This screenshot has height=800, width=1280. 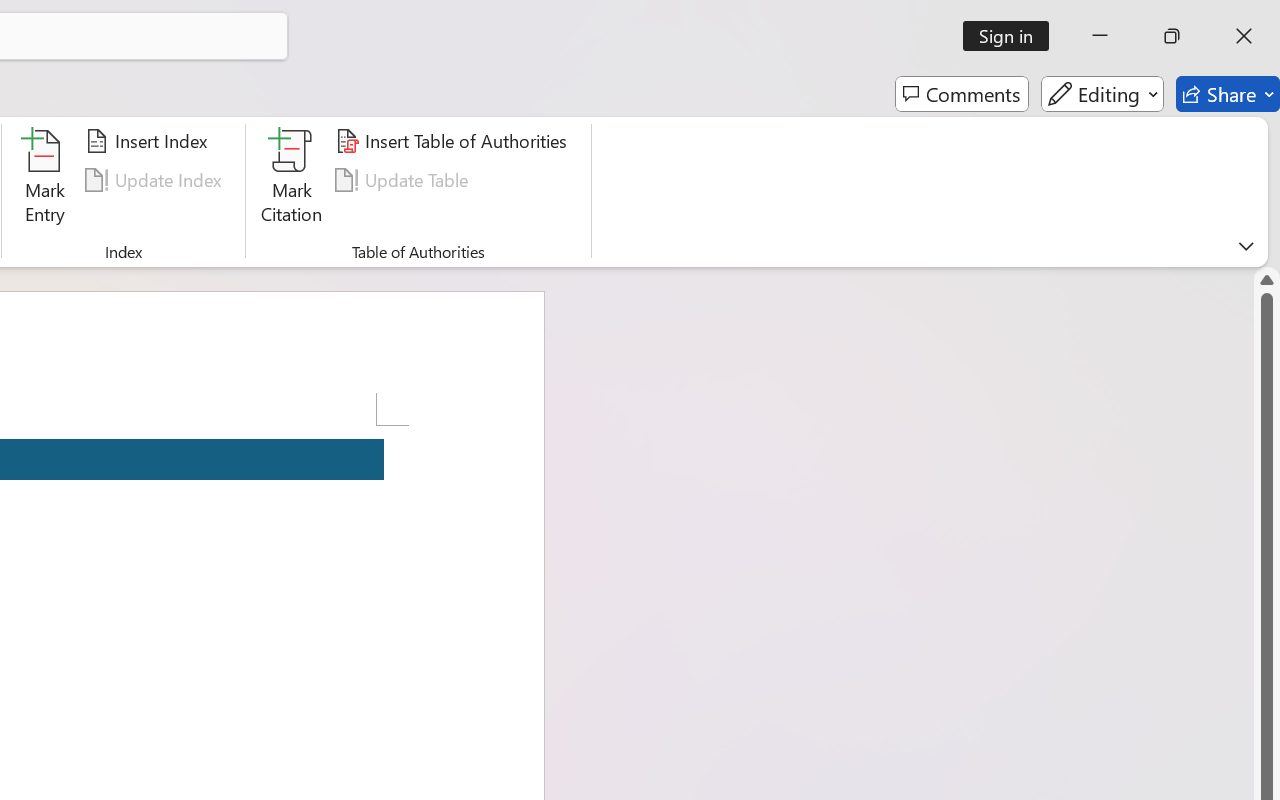 What do you see at coordinates (1101, 94) in the screenshot?
I see `'Editing'` at bounding box center [1101, 94].